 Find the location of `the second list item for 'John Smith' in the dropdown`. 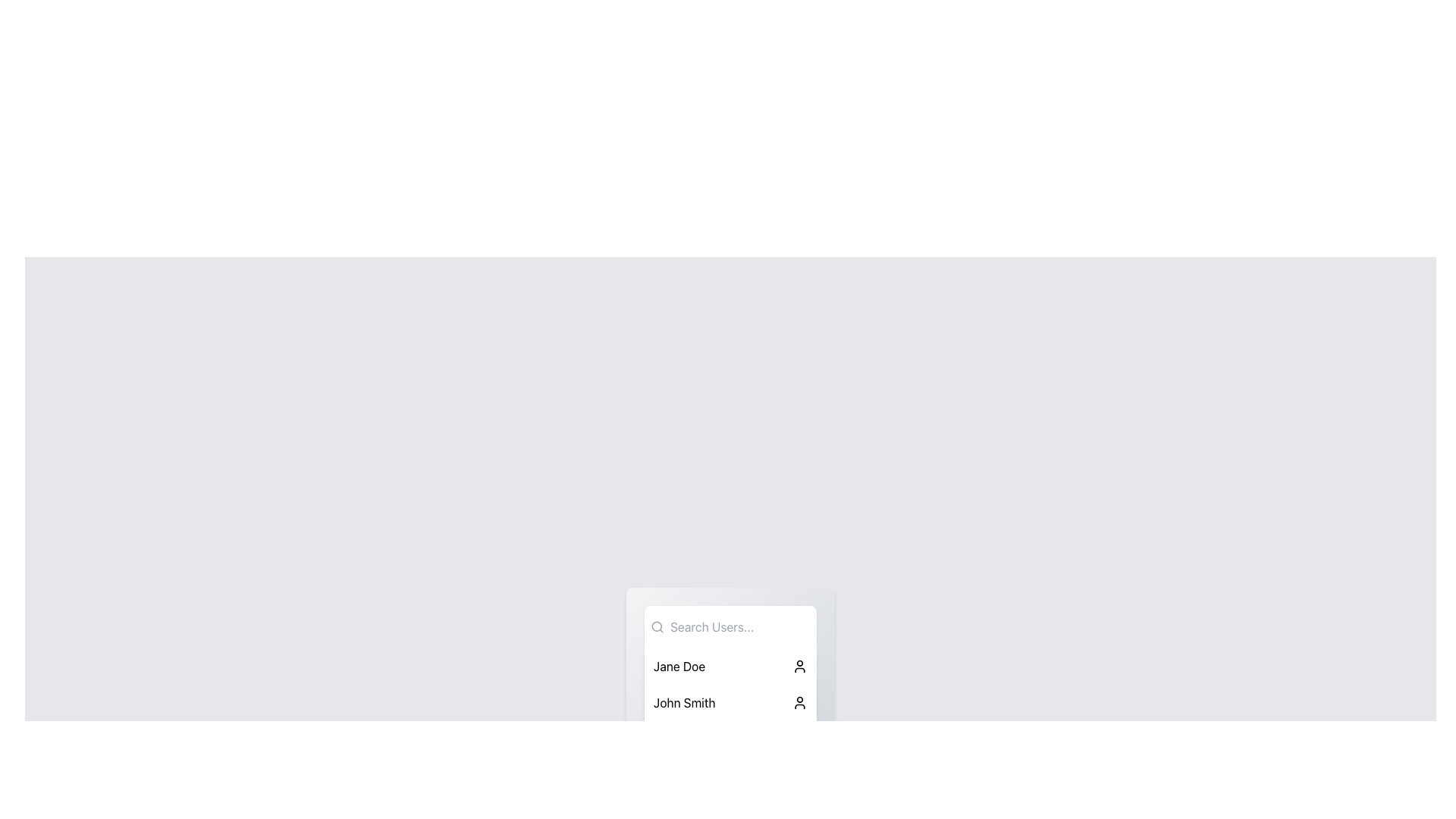

the second list item for 'John Smith' in the dropdown is located at coordinates (730, 702).